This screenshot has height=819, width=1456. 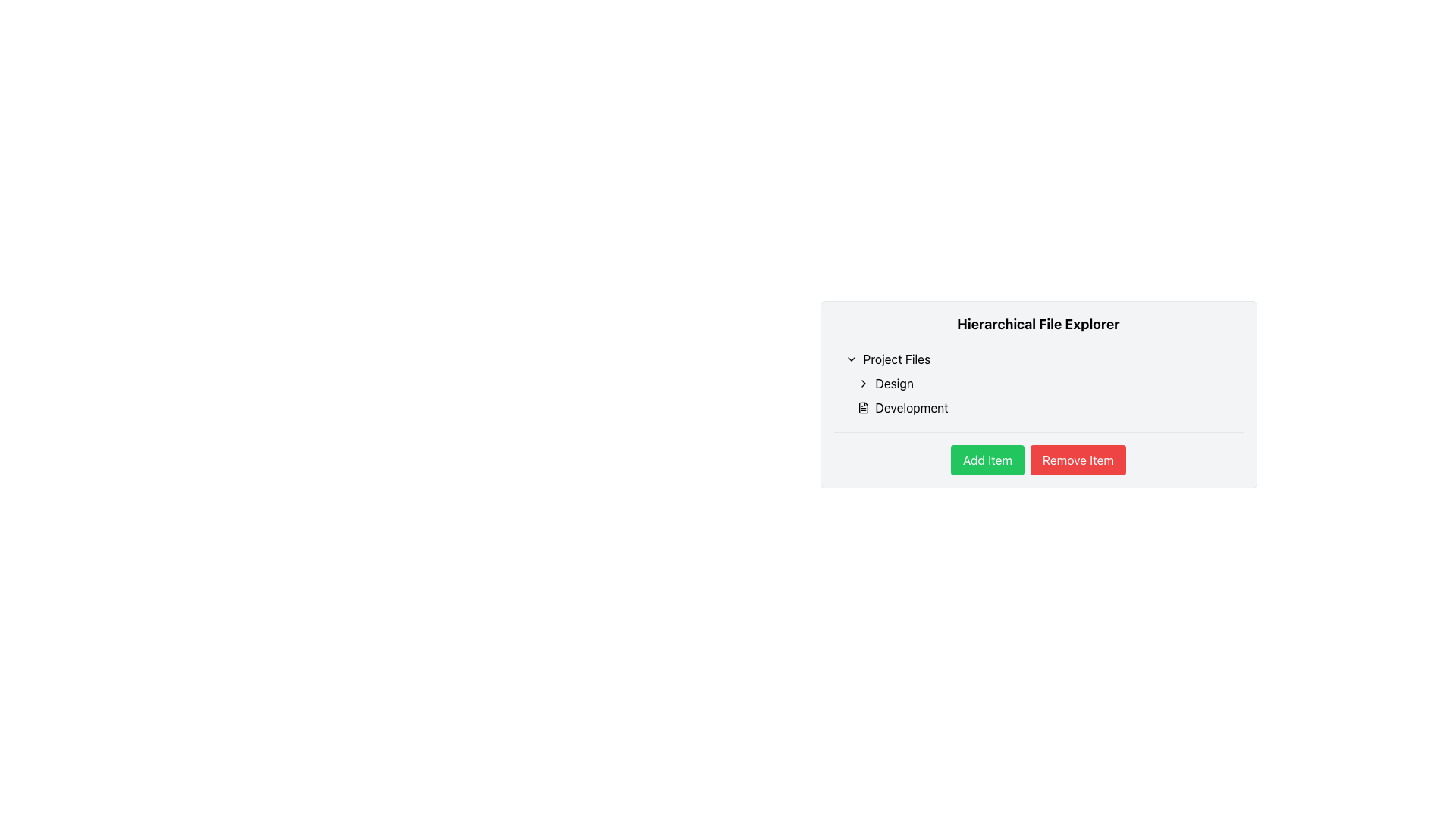 I want to click on the downward-pointing chevron icon with a thin black outline, located to the left of the 'Project Files' text label, so click(x=851, y=359).